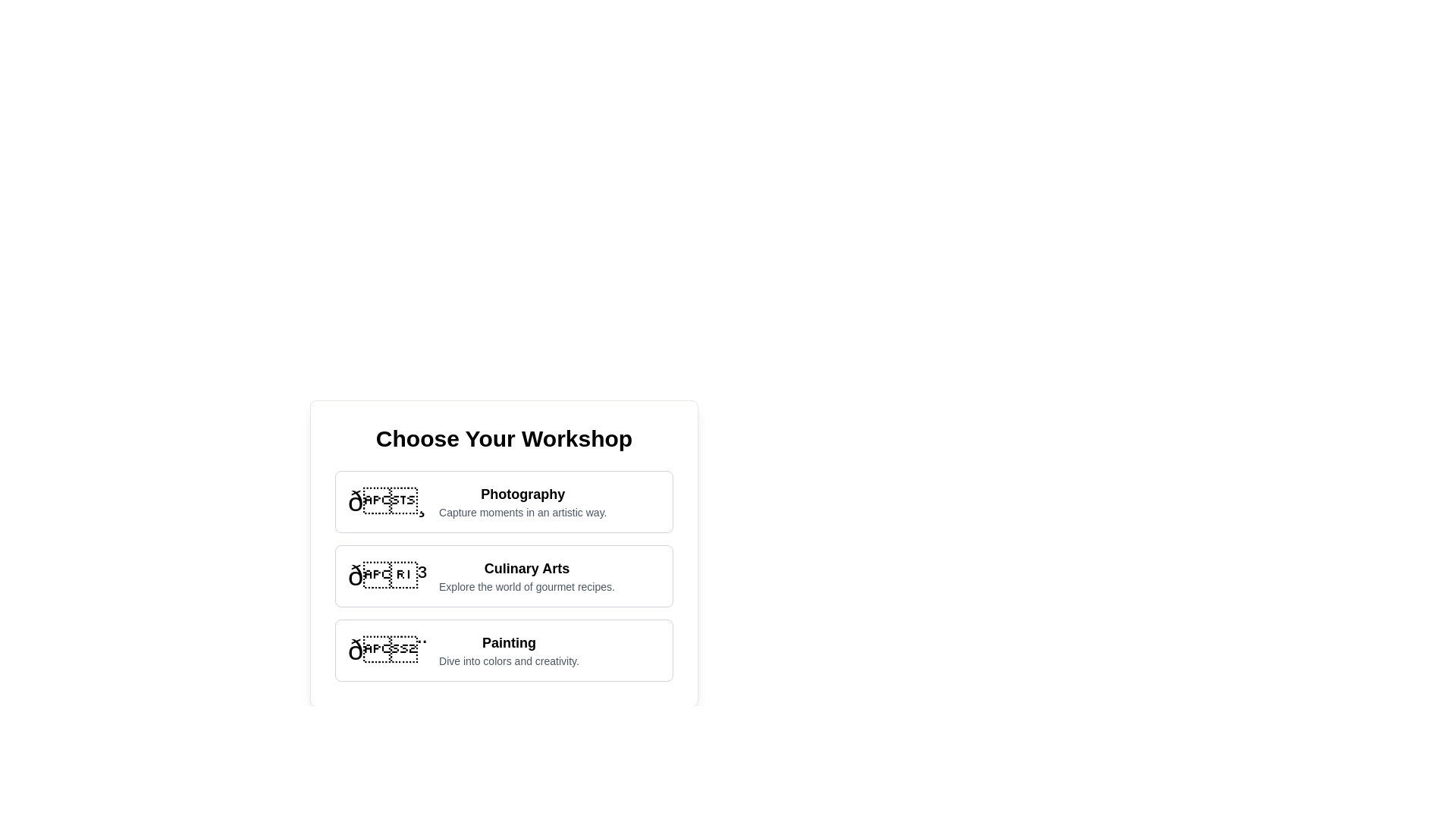  Describe the element at coordinates (509, 649) in the screenshot. I see `the informational text block titled 'Painting' which contains the subtitle 'Dive into colors and creativity.'` at that location.